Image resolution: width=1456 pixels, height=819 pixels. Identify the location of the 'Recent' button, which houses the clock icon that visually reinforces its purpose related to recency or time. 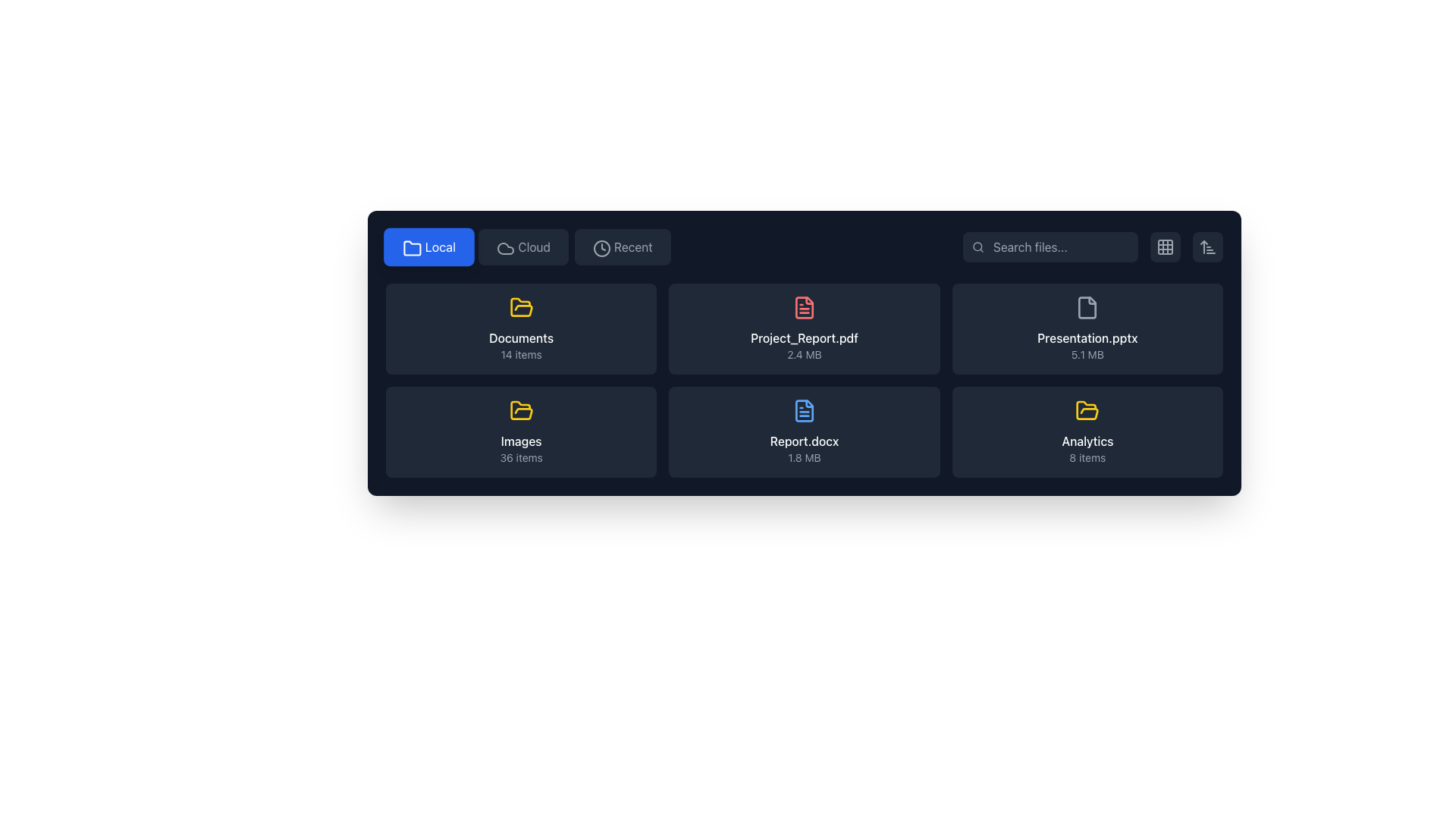
(600, 246).